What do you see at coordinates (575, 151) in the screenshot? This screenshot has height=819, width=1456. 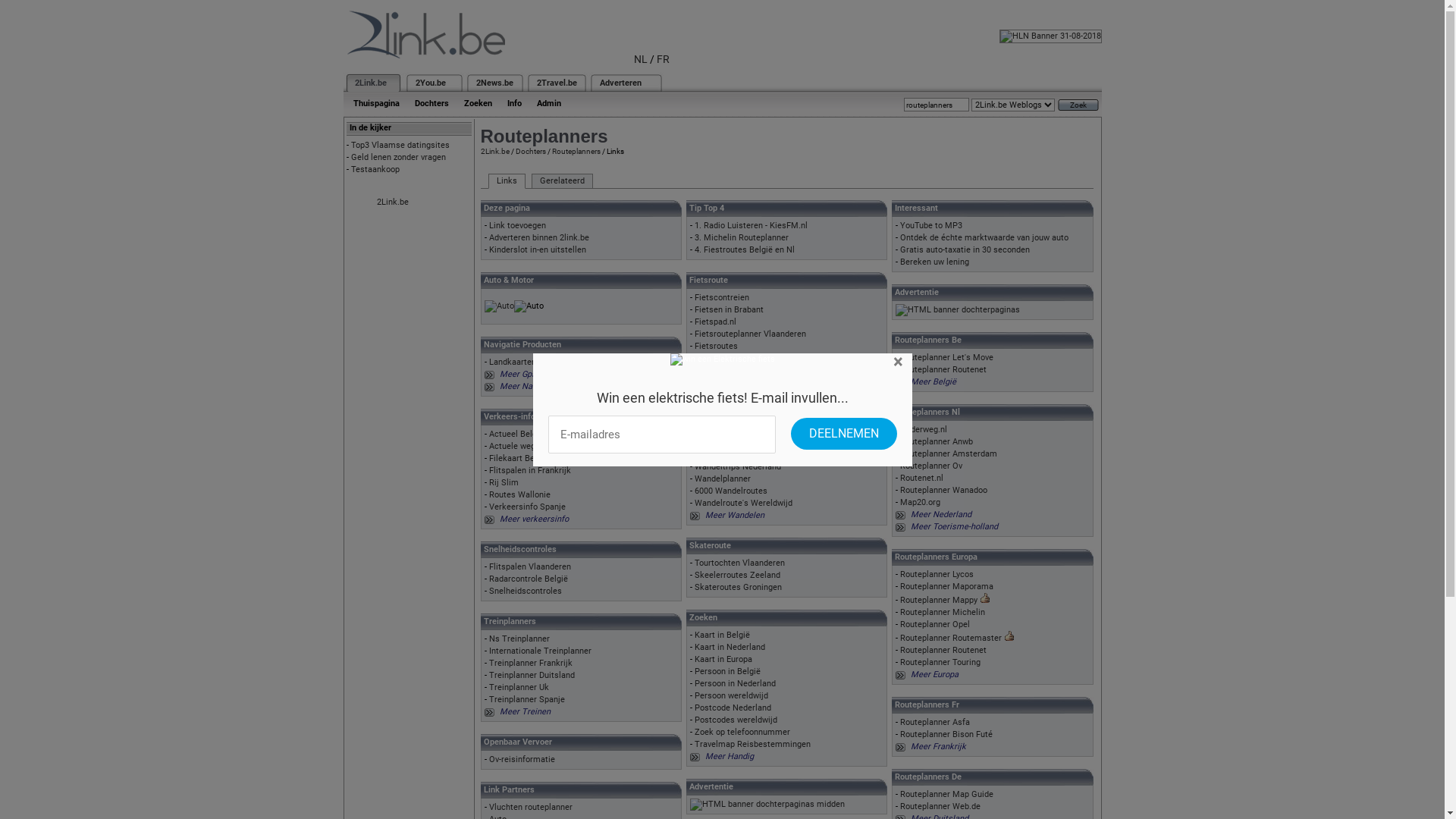 I see `'Routeplanners'` at bounding box center [575, 151].